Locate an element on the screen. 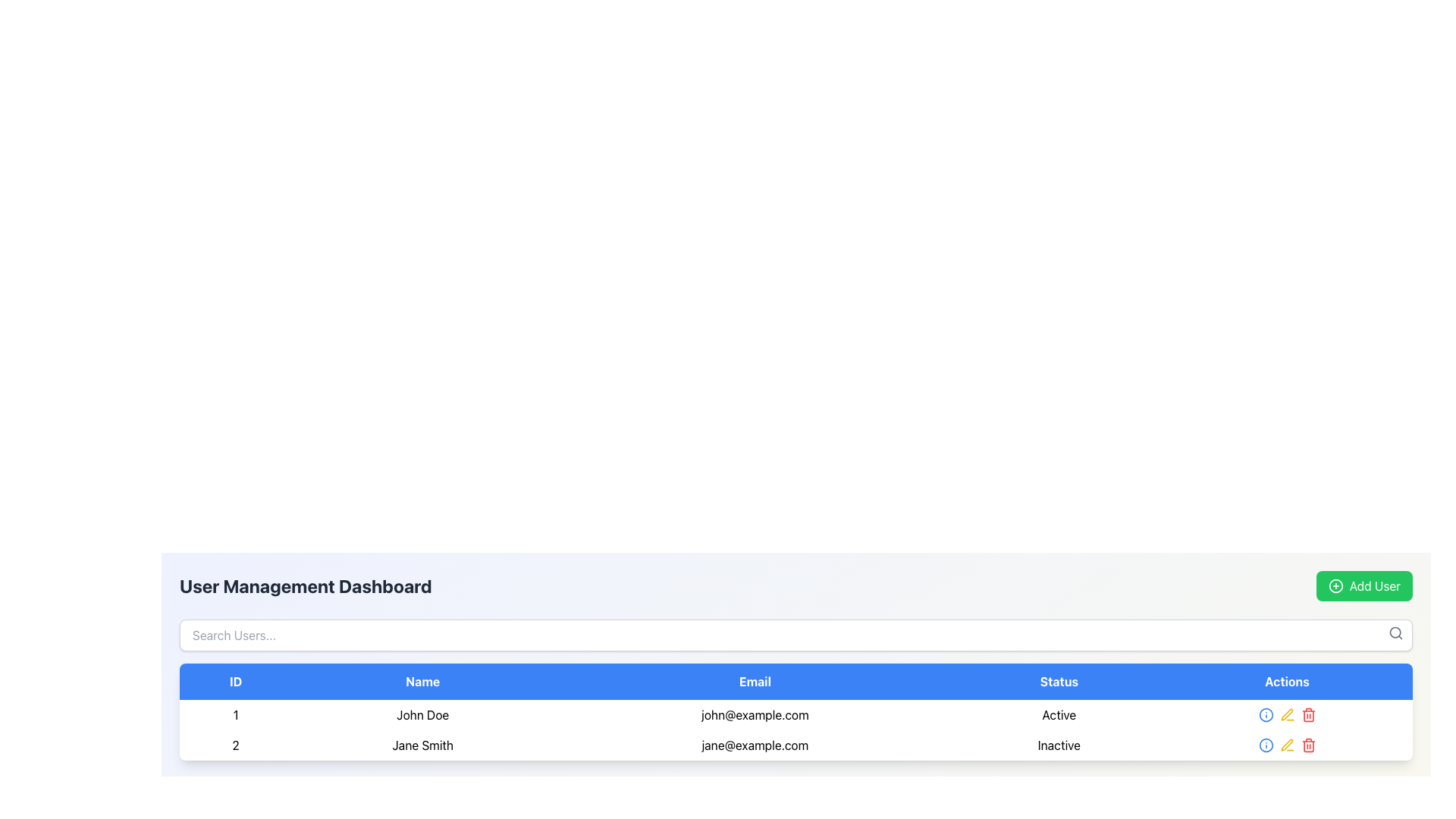  the pencil icon button located in the 'Actions' column of the second row corresponding to 'Jane Smith' is located at coordinates (1286, 745).